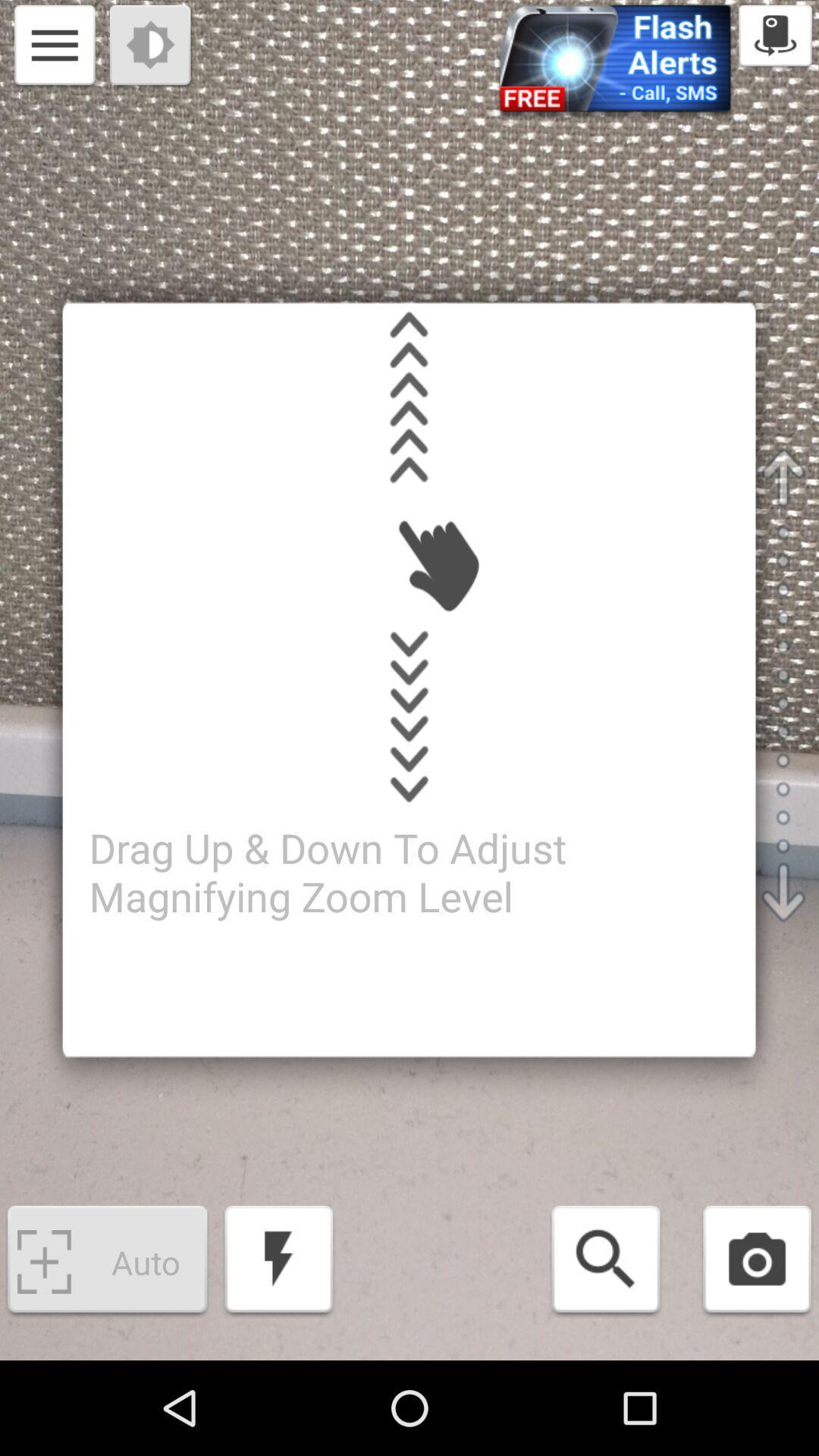  I want to click on brightness icon, so click(152, 47).